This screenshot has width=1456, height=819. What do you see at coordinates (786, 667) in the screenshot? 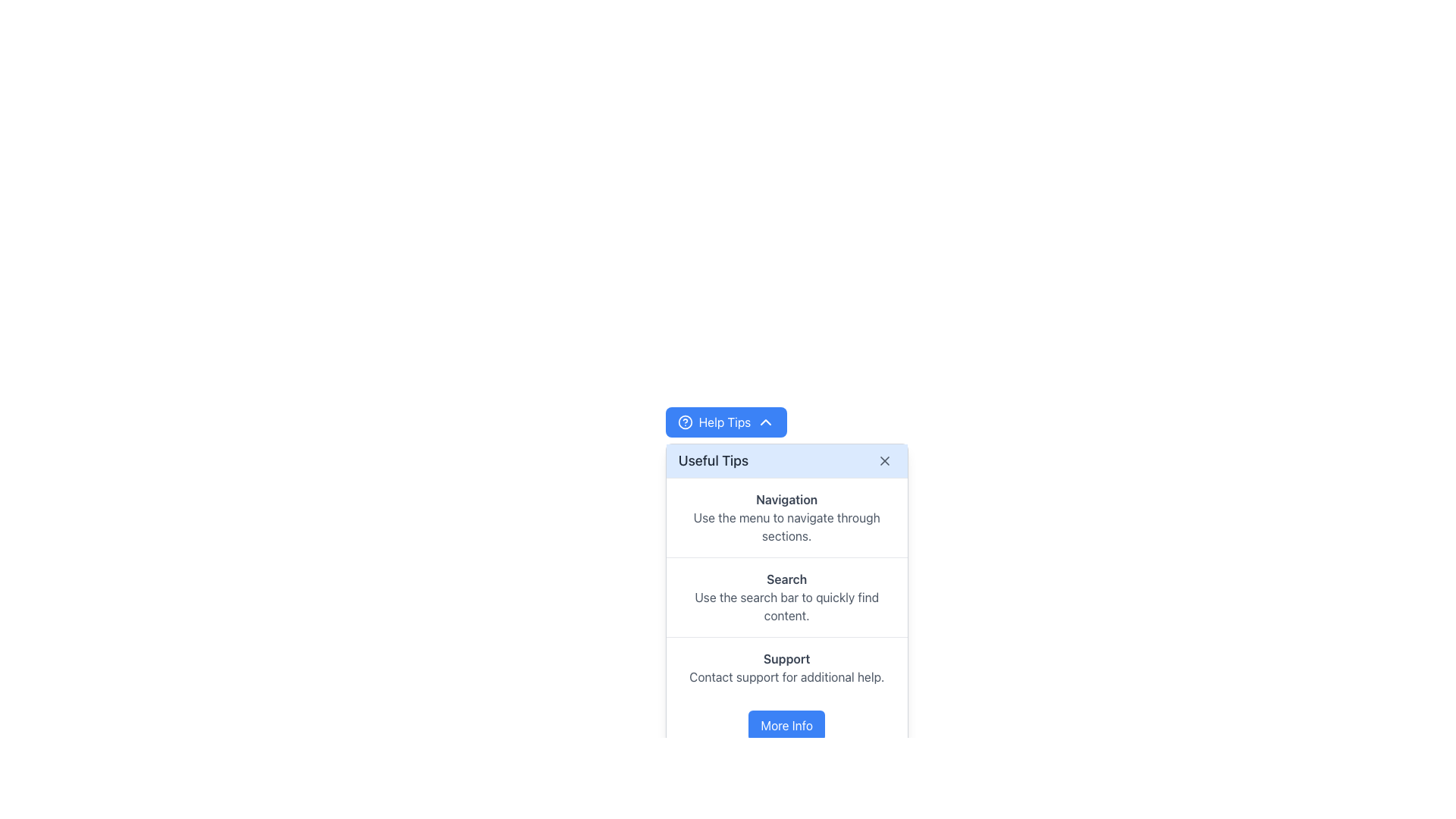
I see `the 'Support' text content block, which provides contextual information about support options and is the third element in the 'Useful Tips' section` at bounding box center [786, 667].